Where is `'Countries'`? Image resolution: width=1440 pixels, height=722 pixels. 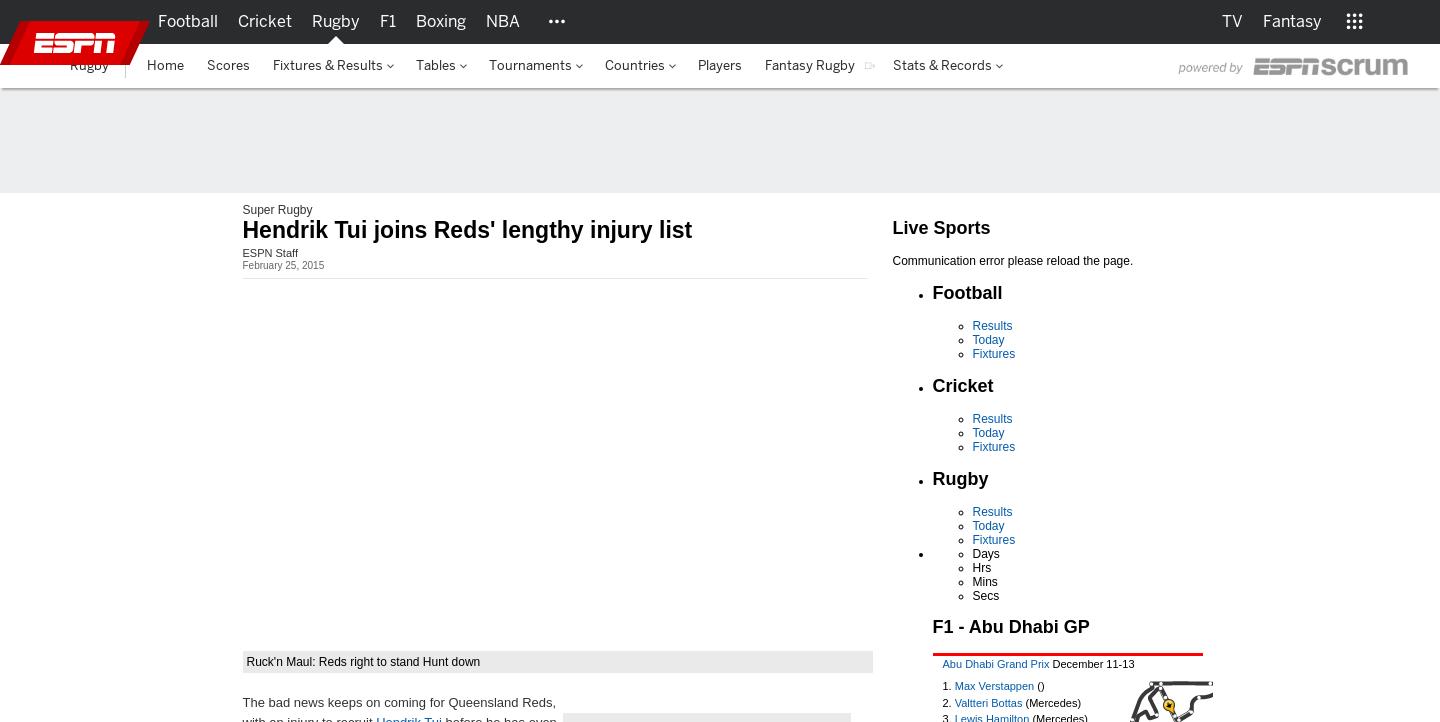 'Countries' is located at coordinates (634, 64).